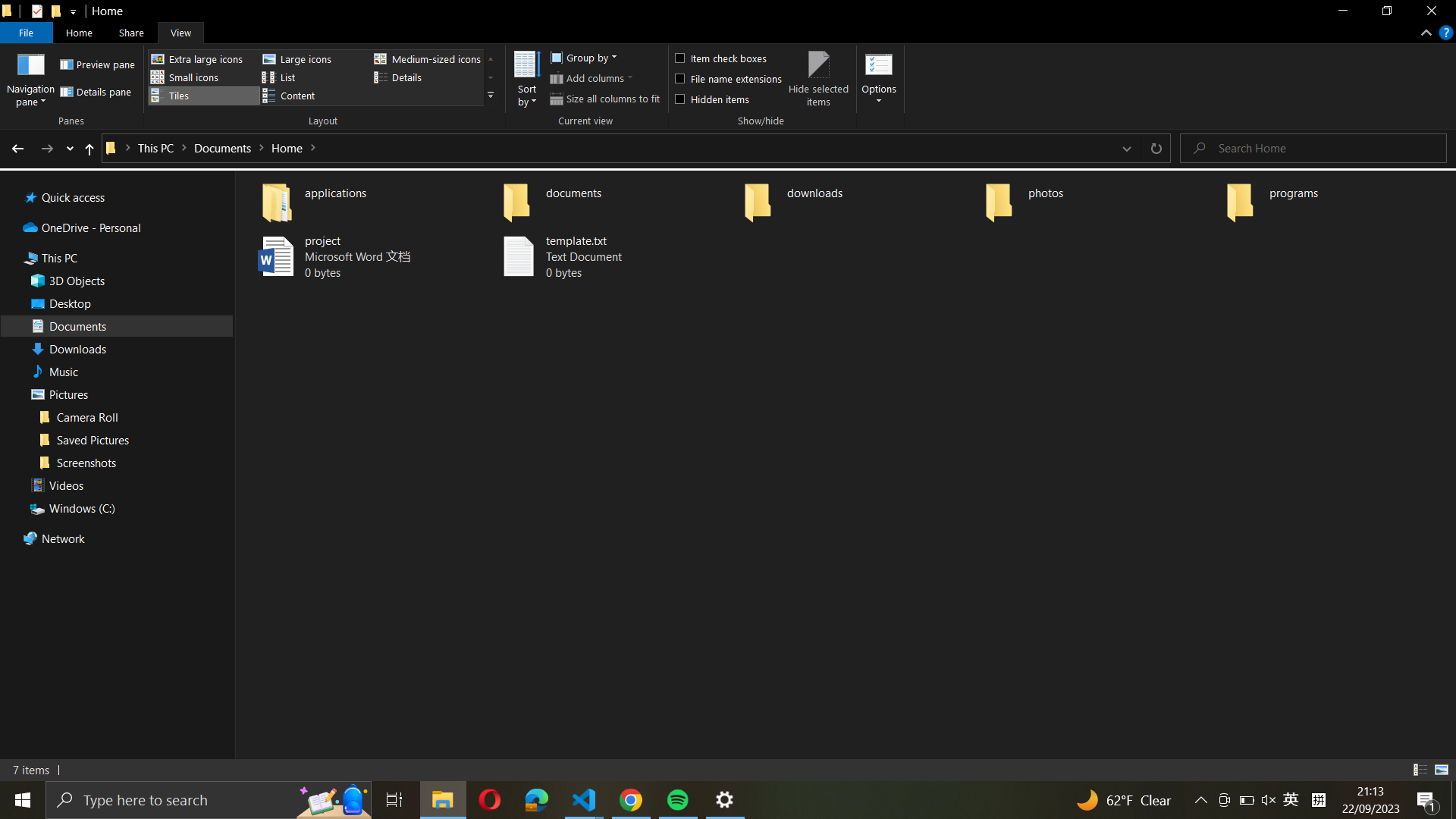  Describe the element at coordinates (858, 198) in the screenshot. I see `Go to the "downloads" directory and highlight every file in it` at that location.